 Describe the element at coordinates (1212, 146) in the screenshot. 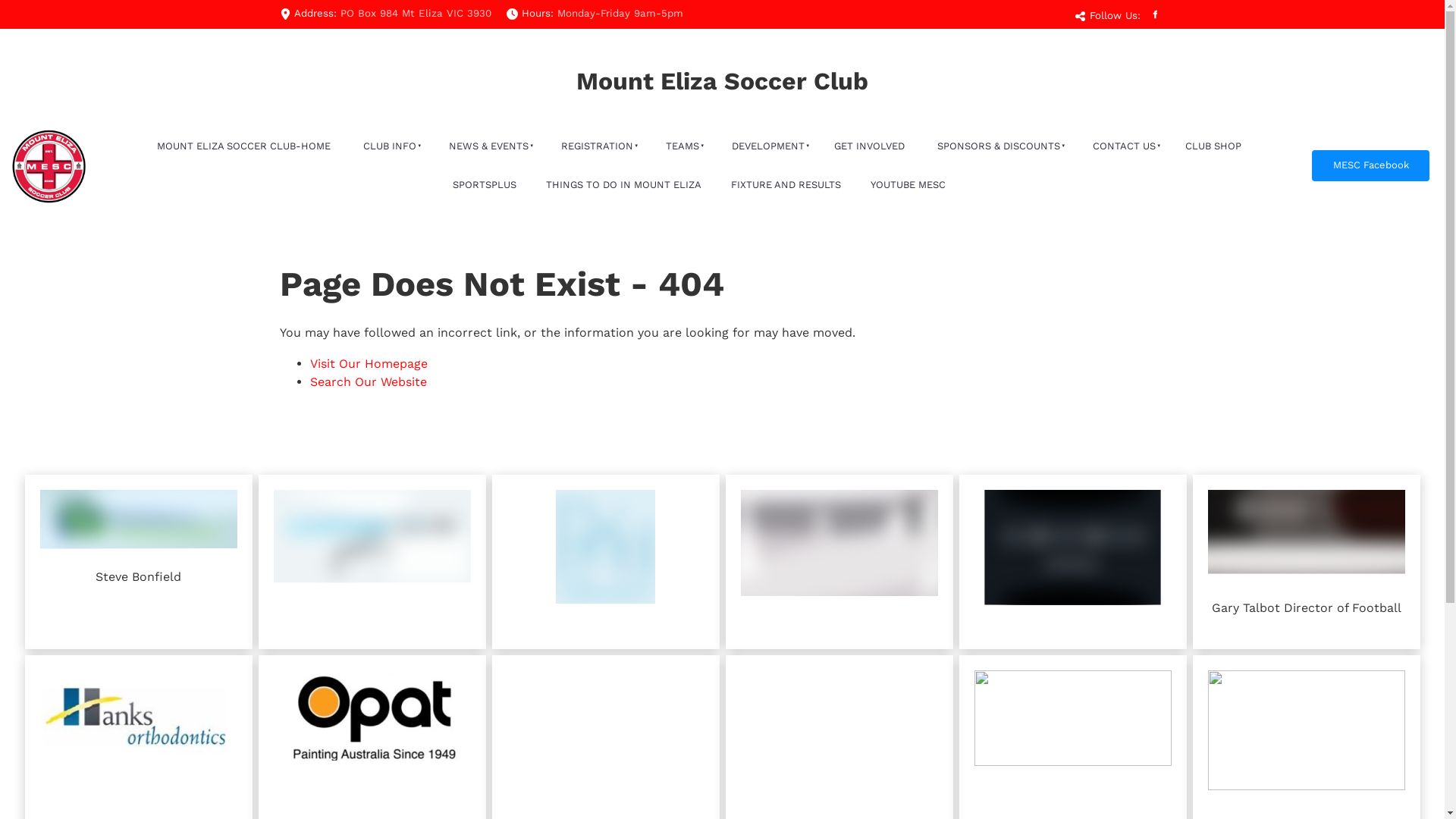

I see `'CLUB SHOP'` at that location.